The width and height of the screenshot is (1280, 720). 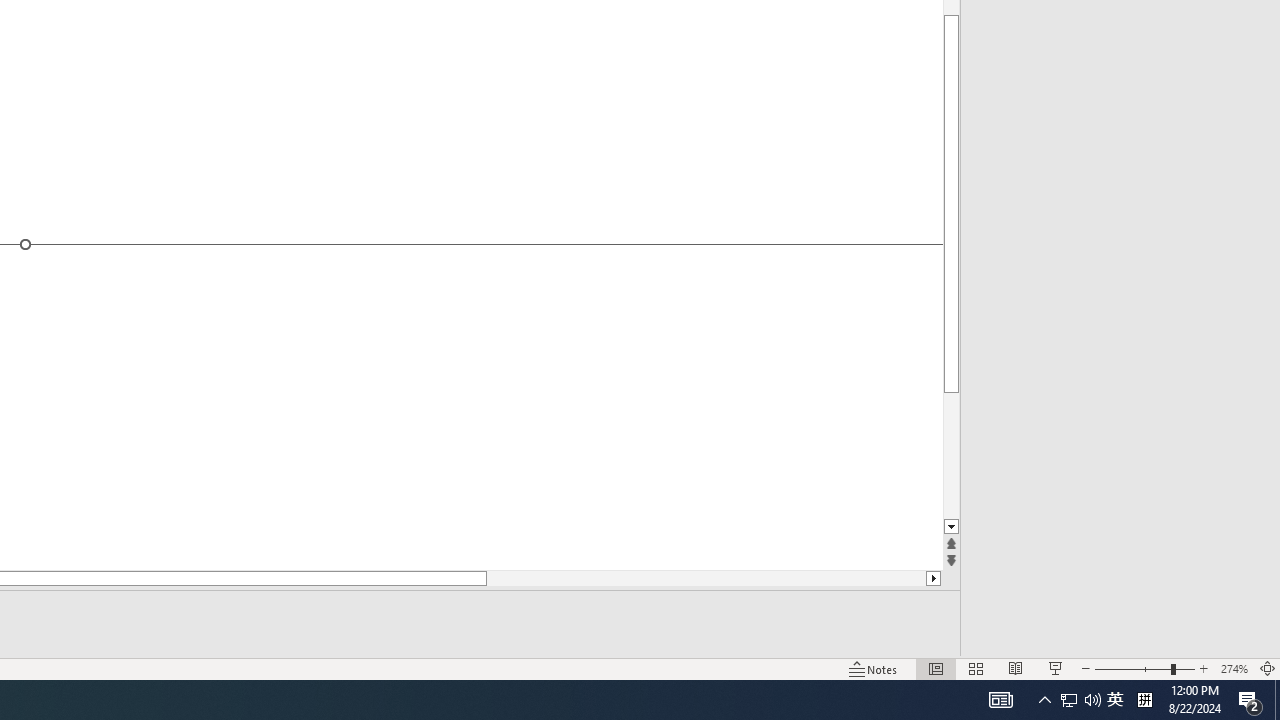 I want to click on 'Zoom 274%', so click(x=1233, y=669).